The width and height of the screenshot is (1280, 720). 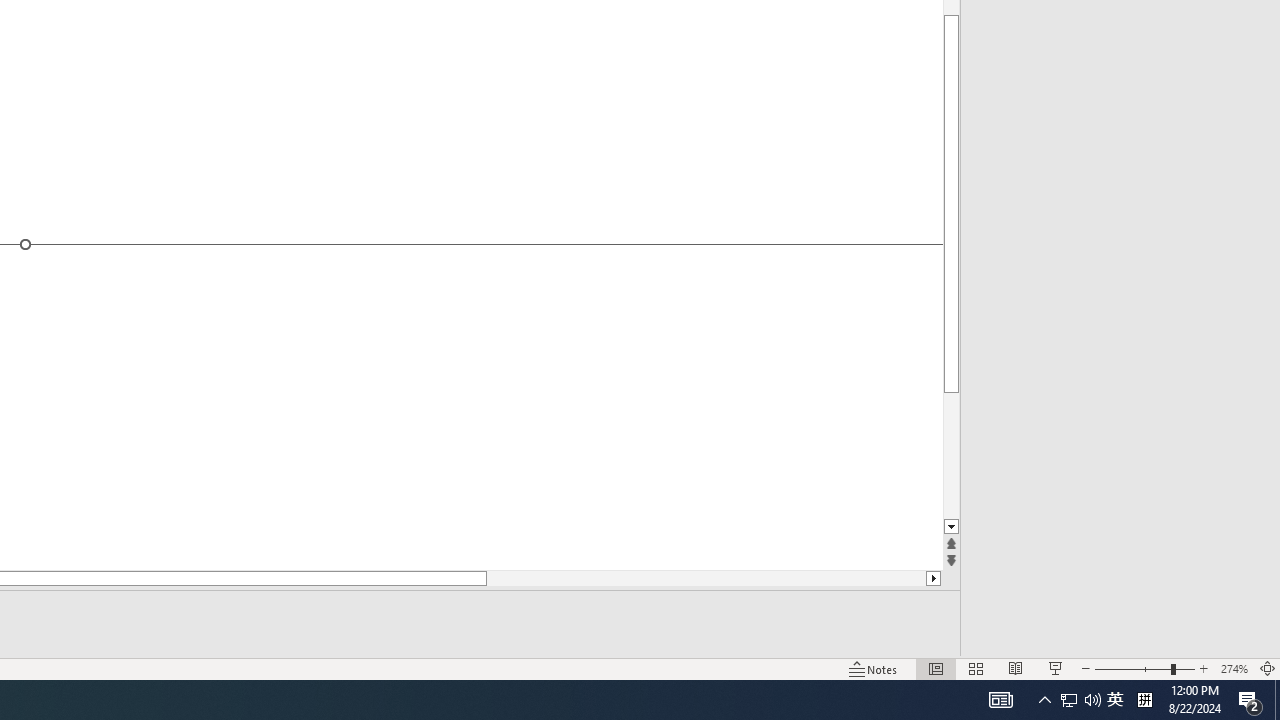 I want to click on 'Zoom 274%', so click(x=1233, y=669).